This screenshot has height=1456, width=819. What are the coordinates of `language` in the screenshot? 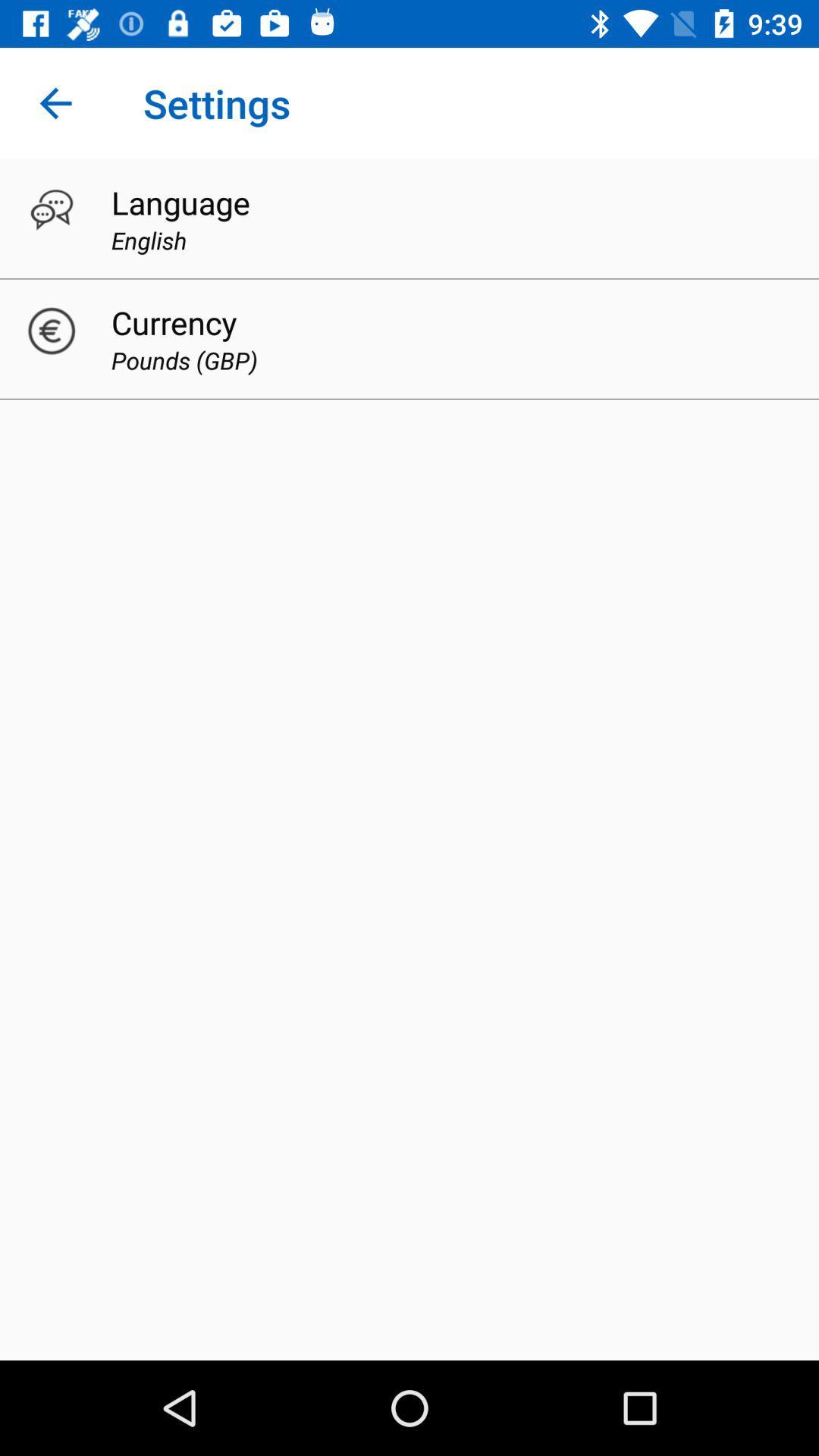 It's located at (180, 202).